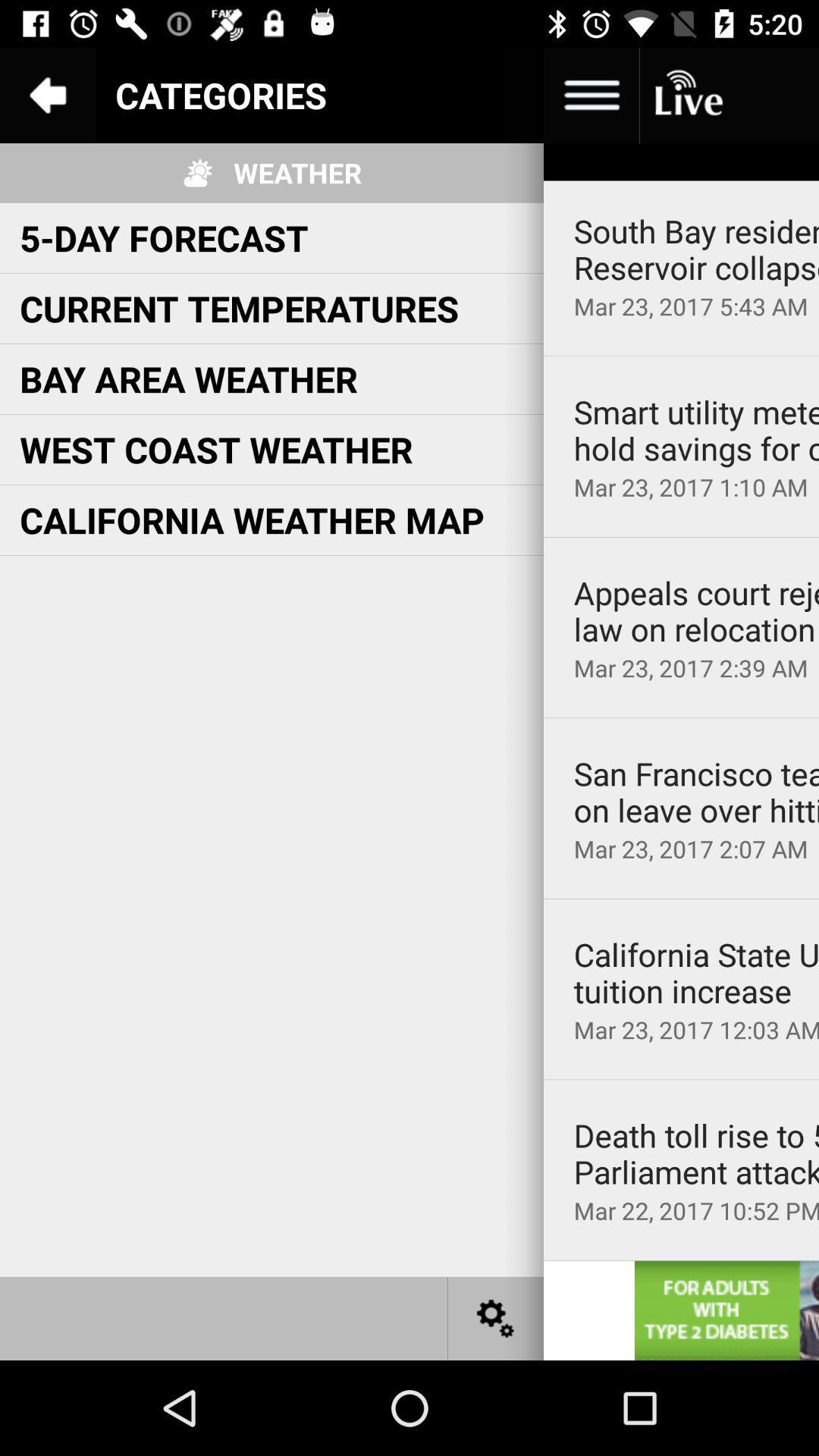 The height and width of the screenshot is (1456, 819). Describe the element at coordinates (590, 94) in the screenshot. I see `open more options` at that location.